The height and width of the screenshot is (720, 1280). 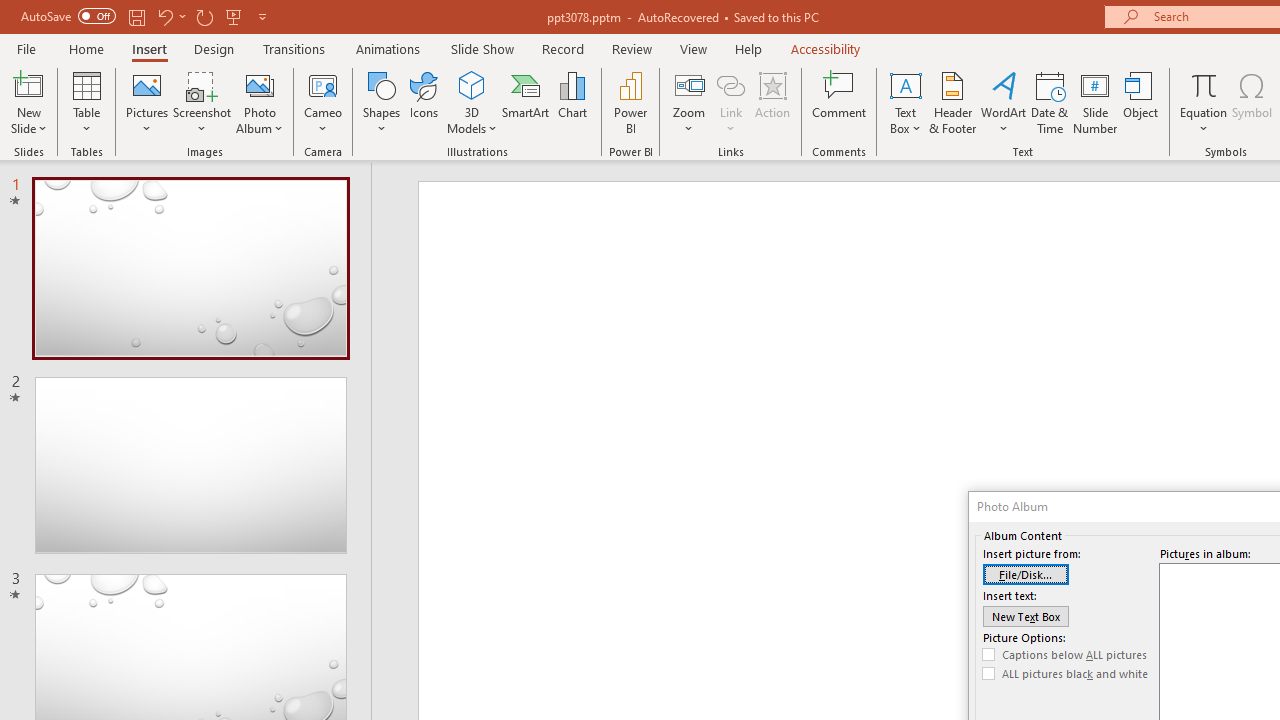 I want to click on 'Link', so click(x=730, y=103).